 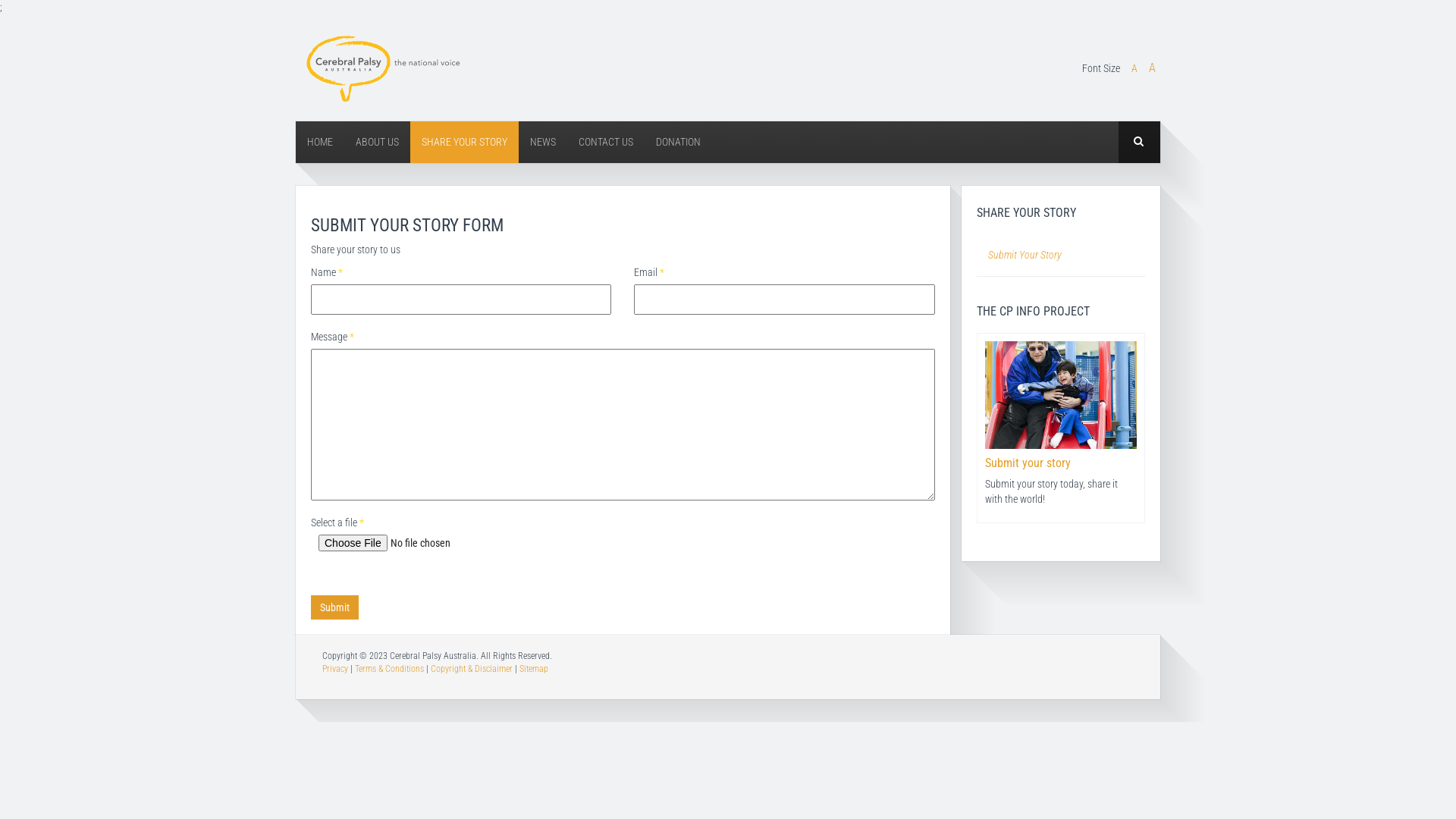 What do you see at coordinates (378, 66) in the screenshot?
I see `'Cerebral Palsy Australia'` at bounding box center [378, 66].